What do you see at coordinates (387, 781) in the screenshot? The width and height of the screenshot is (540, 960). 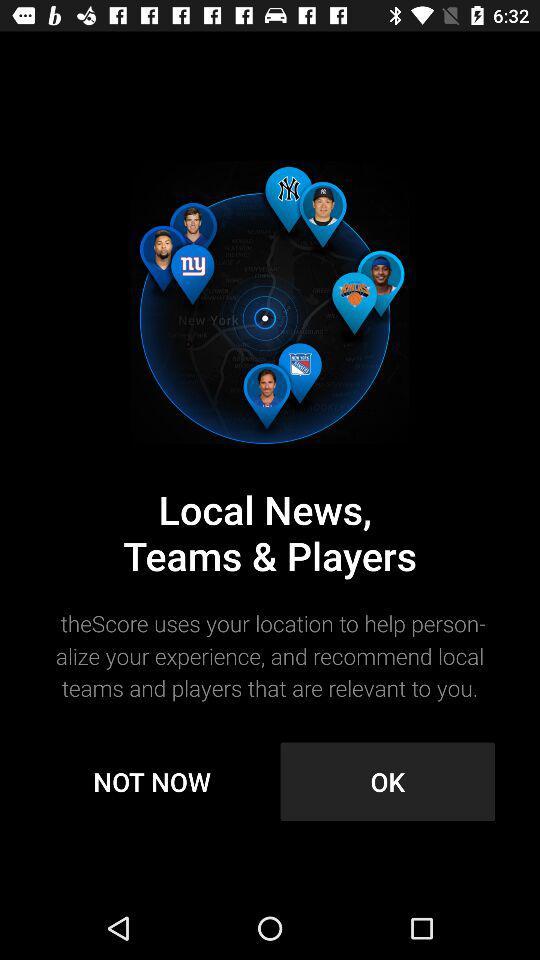 I see `the item next to not now` at bounding box center [387, 781].